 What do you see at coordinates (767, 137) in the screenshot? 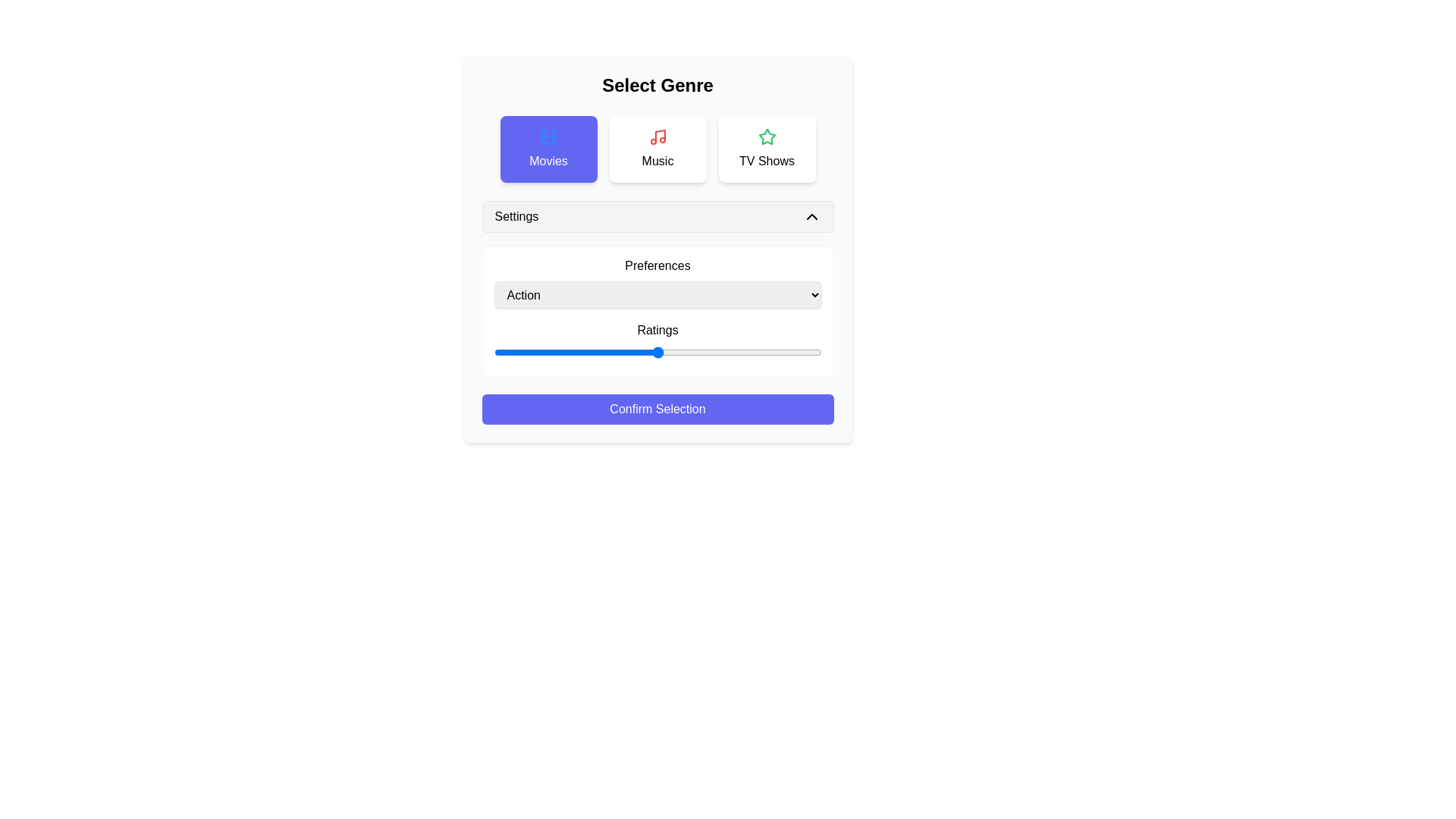
I see `the decorative icon located within the 'TV Shows' box that signifies related content or functionalities` at bounding box center [767, 137].